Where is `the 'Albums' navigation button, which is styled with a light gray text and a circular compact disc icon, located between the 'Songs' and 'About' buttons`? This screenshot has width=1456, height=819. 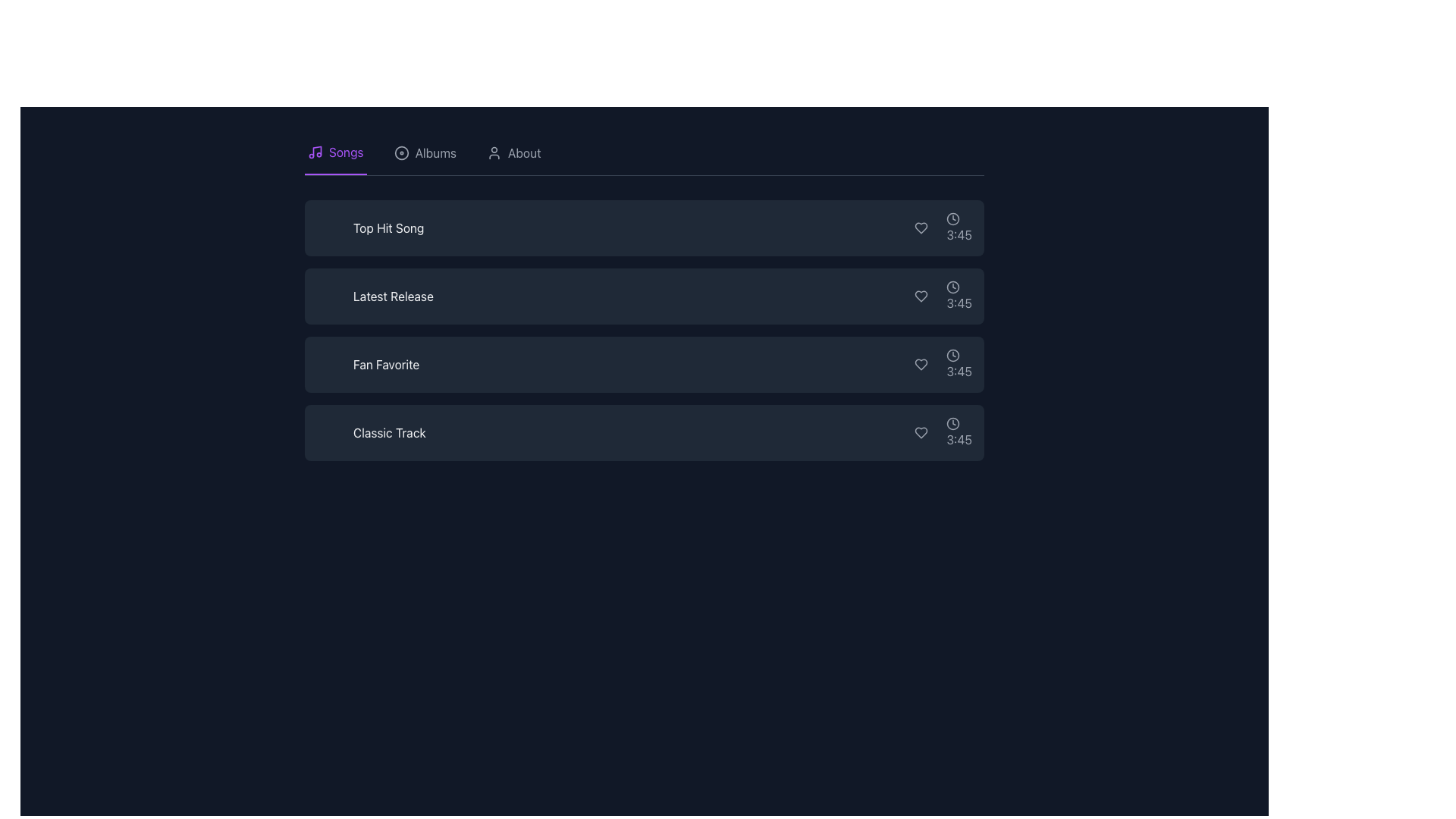
the 'Albums' navigation button, which is styled with a light gray text and a circular compact disc icon, located between the 'Songs' and 'About' buttons is located at coordinates (425, 152).